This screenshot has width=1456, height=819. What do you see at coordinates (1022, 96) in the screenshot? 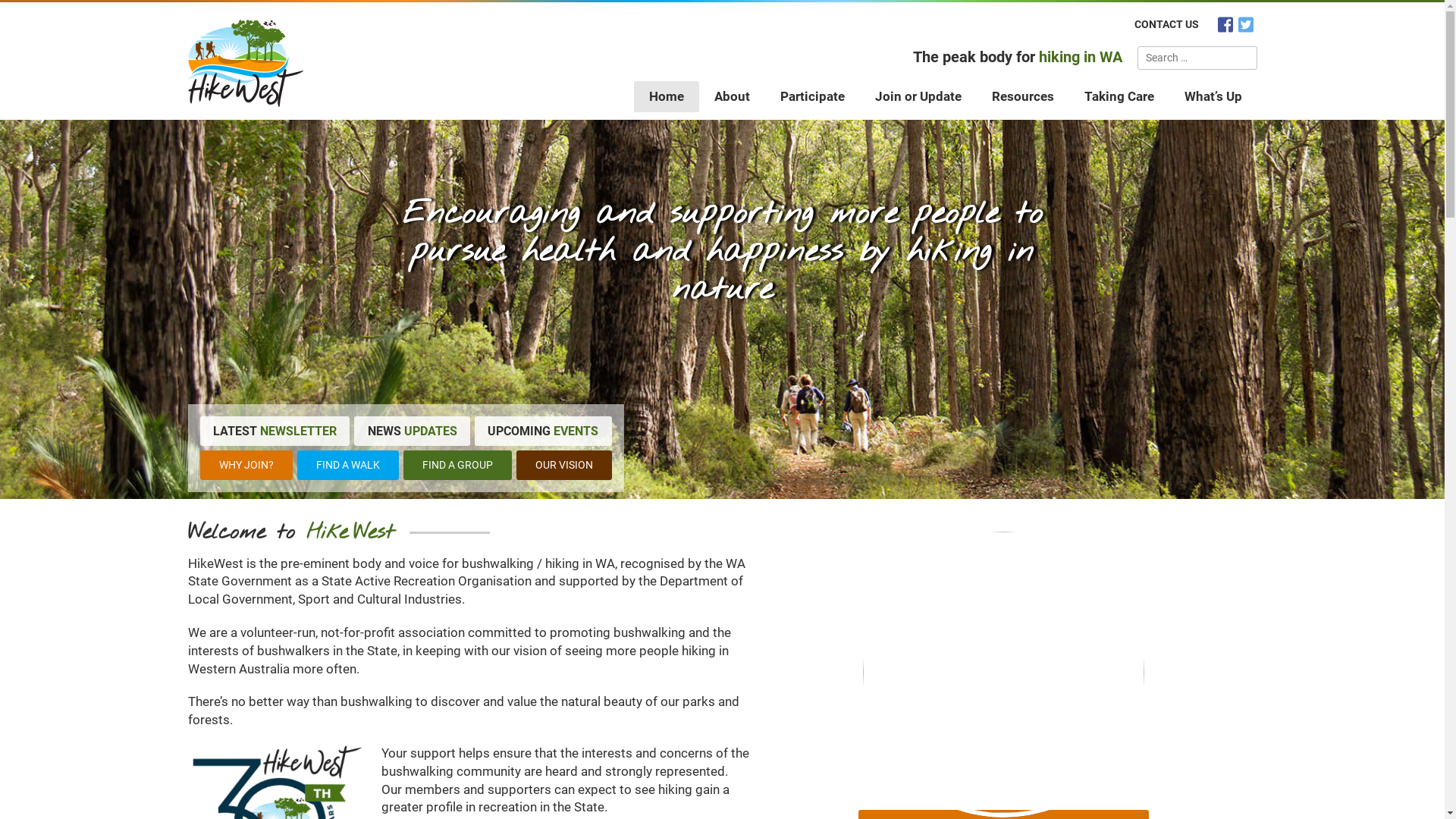
I see `'Resources'` at bounding box center [1022, 96].